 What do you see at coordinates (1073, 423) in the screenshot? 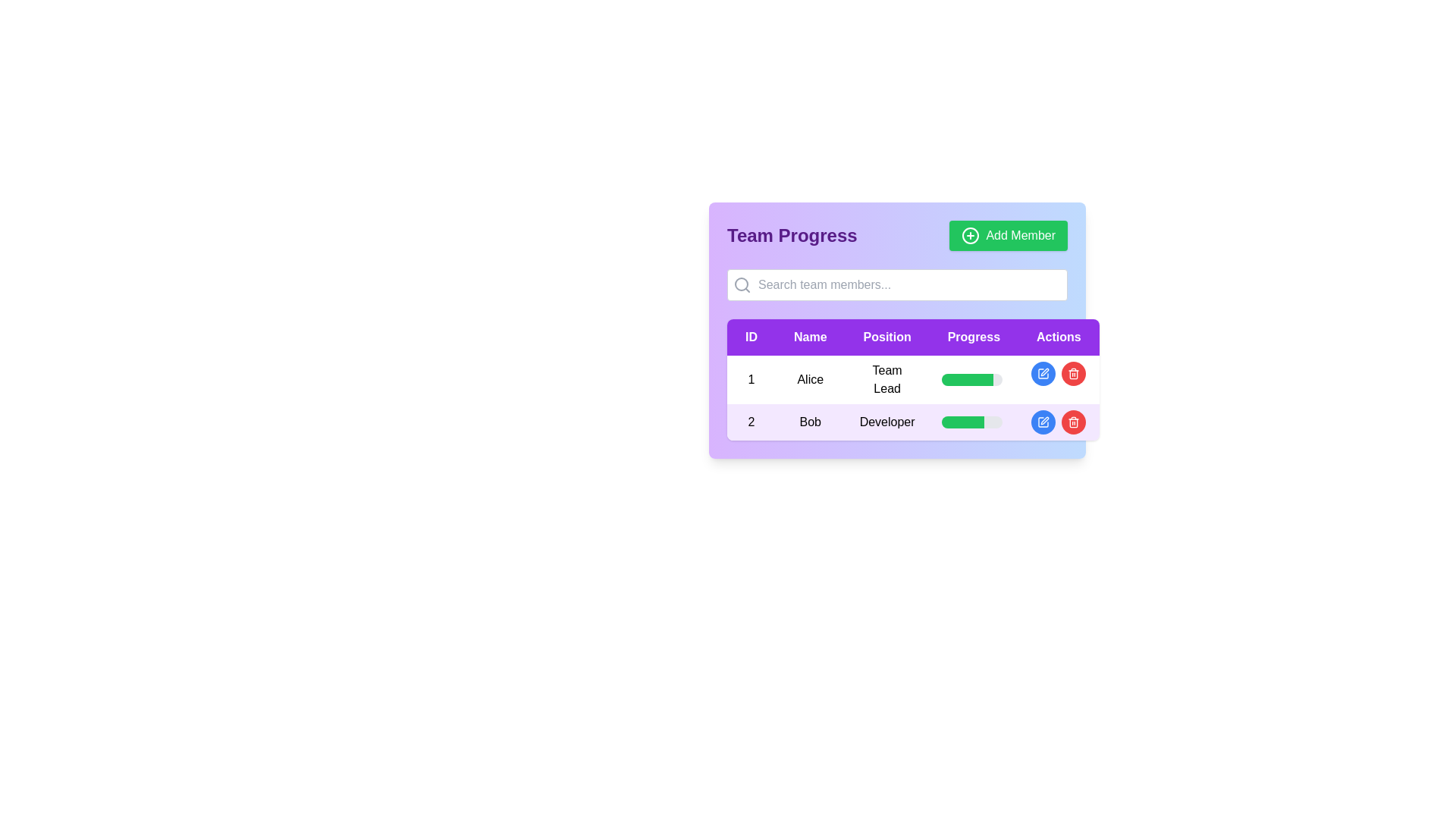
I see `the trash bin icon located in the 'Actions' column of the second row of the table, which represents the delete action for the respective team member's entry` at bounding box center [1073, 423].